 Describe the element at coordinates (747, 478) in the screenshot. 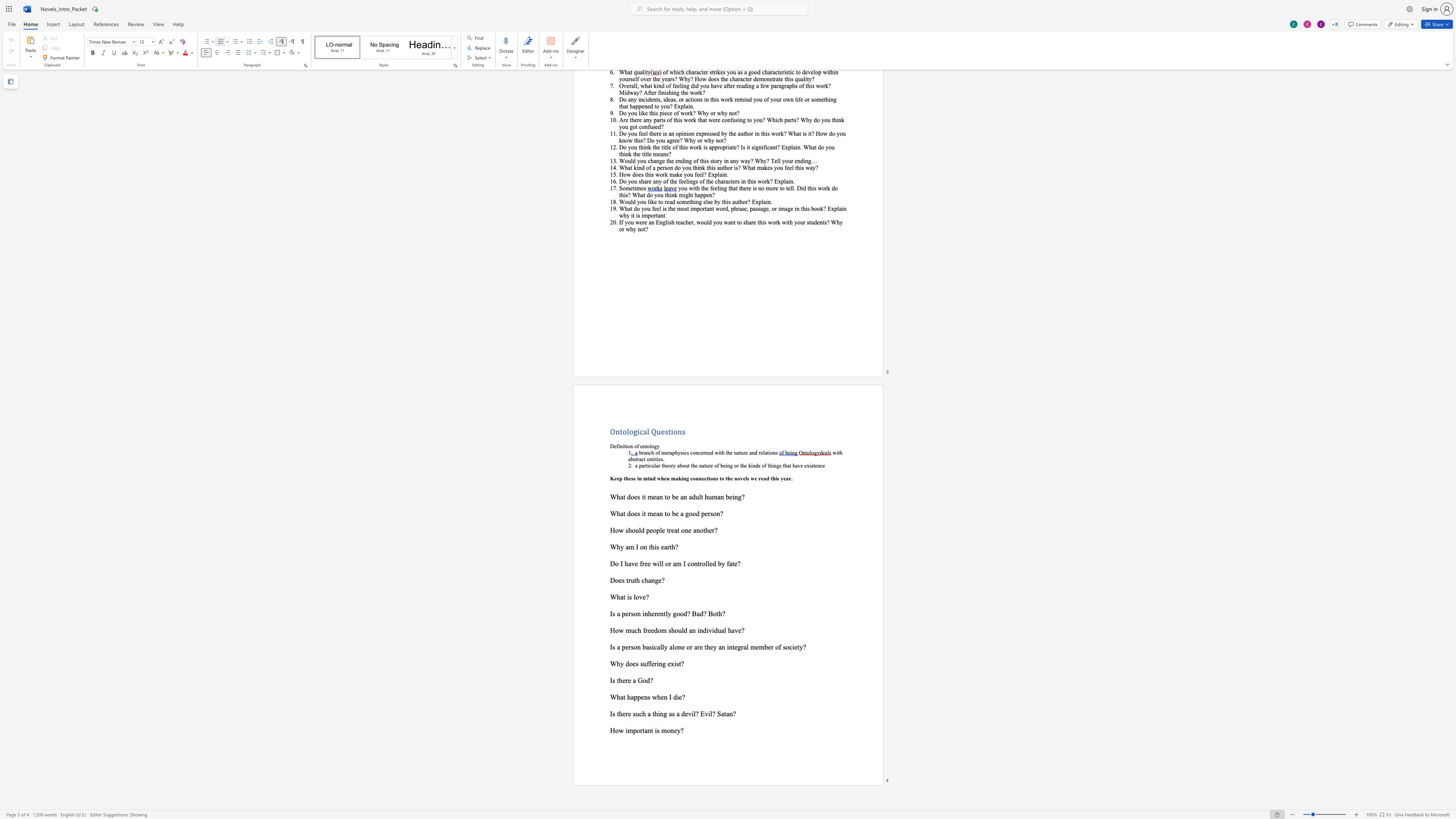

I see `the space between the continuous character "l" and "s" in the text` at that location.